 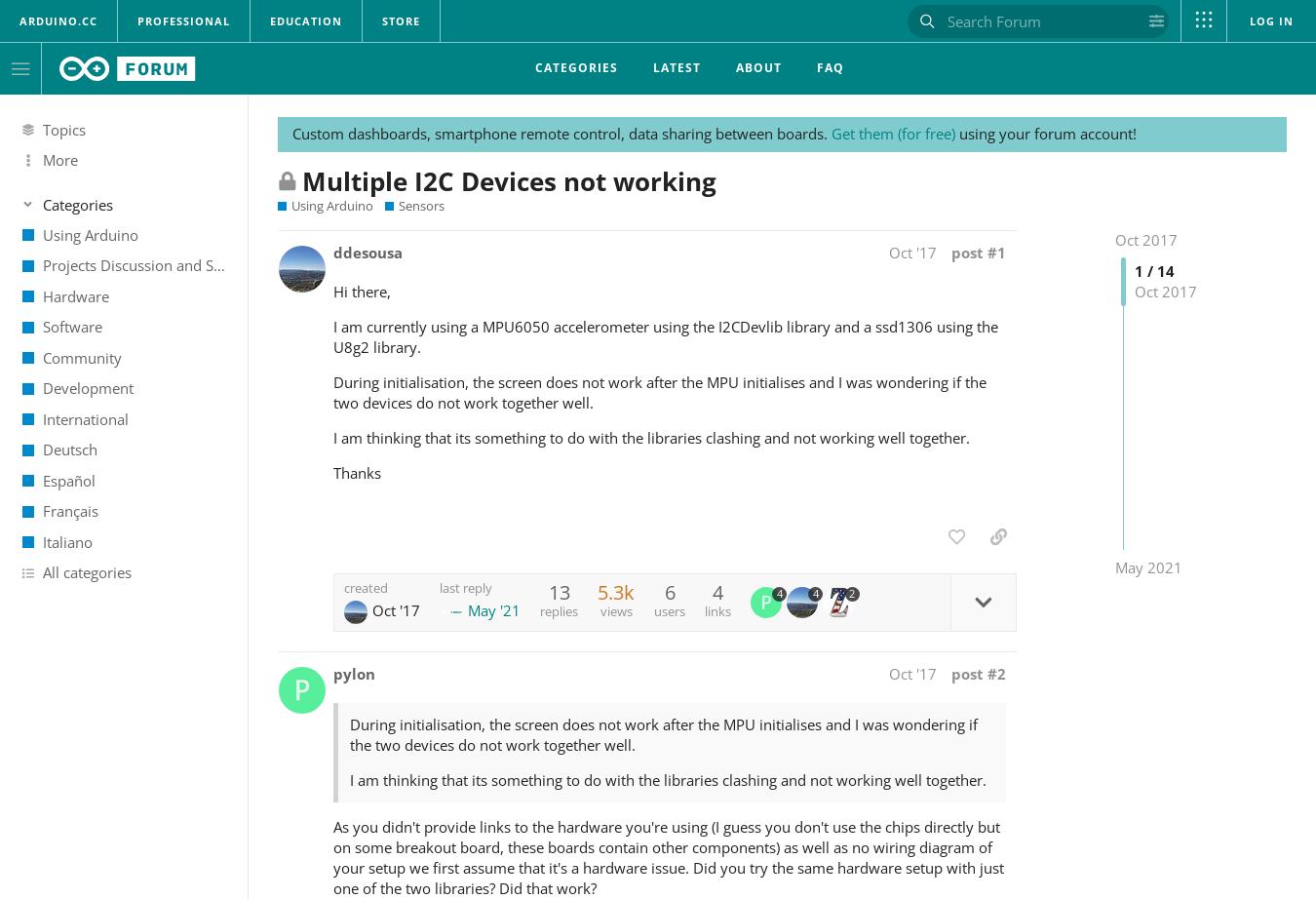 I want to click on 'cation', so click(x=292, y=20).